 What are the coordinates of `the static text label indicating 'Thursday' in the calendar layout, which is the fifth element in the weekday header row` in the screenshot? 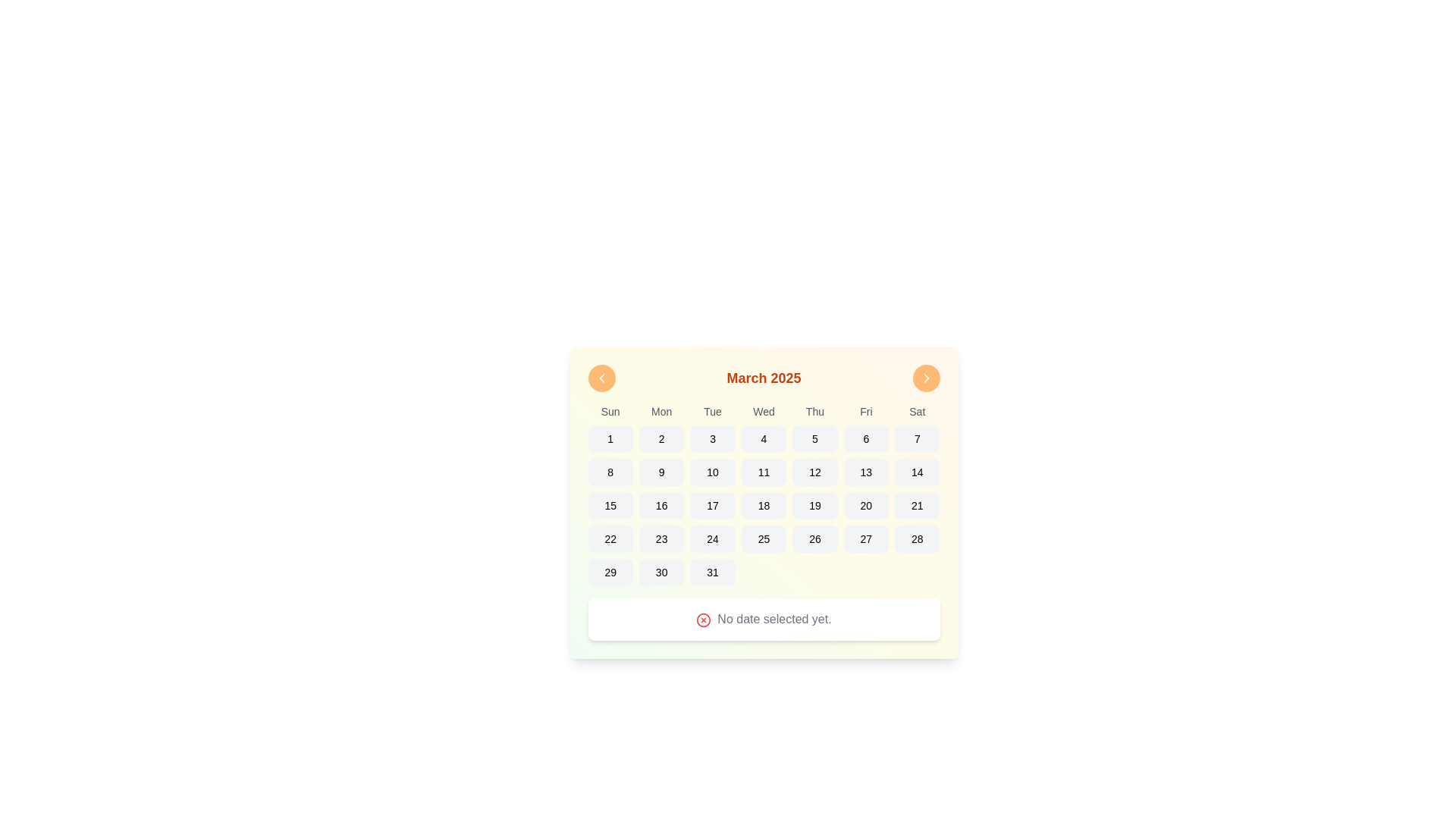 It's located at (814, 412).